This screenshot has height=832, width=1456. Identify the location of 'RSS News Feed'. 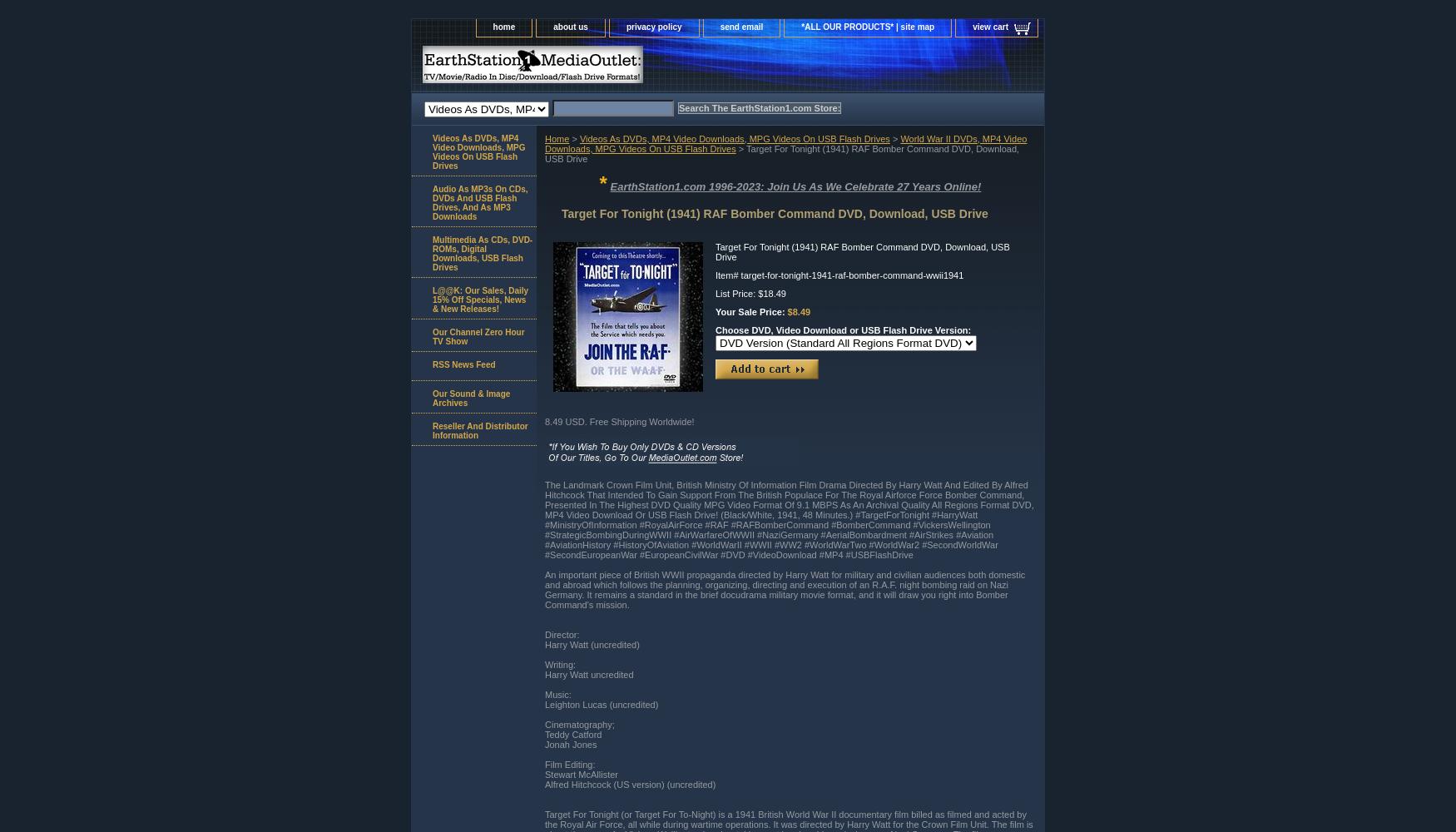
(463, 364).